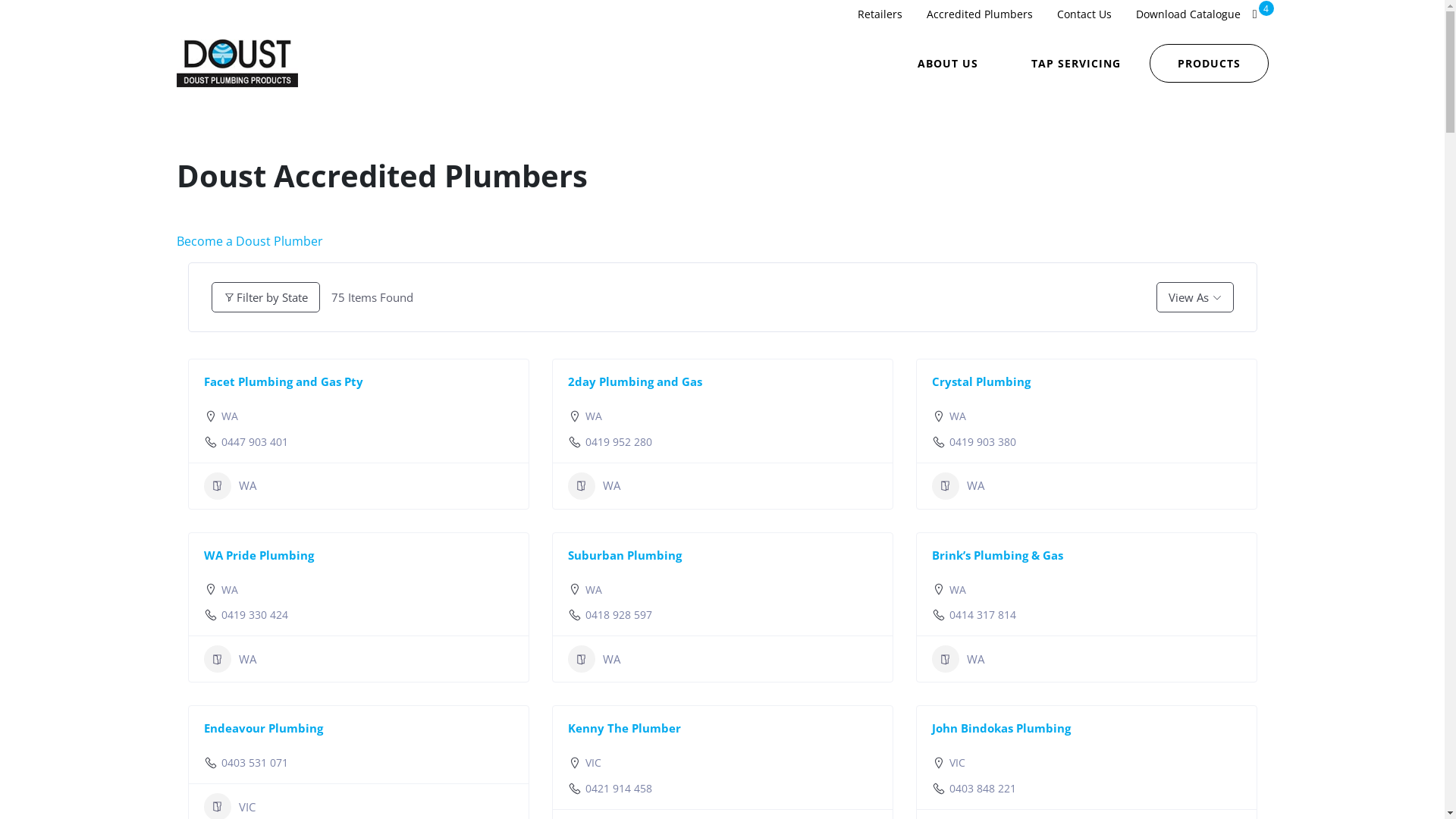  Describe the element at coordinates (1075, 62) in the screenshot. I see `'TAP SERVICING'` at that location.